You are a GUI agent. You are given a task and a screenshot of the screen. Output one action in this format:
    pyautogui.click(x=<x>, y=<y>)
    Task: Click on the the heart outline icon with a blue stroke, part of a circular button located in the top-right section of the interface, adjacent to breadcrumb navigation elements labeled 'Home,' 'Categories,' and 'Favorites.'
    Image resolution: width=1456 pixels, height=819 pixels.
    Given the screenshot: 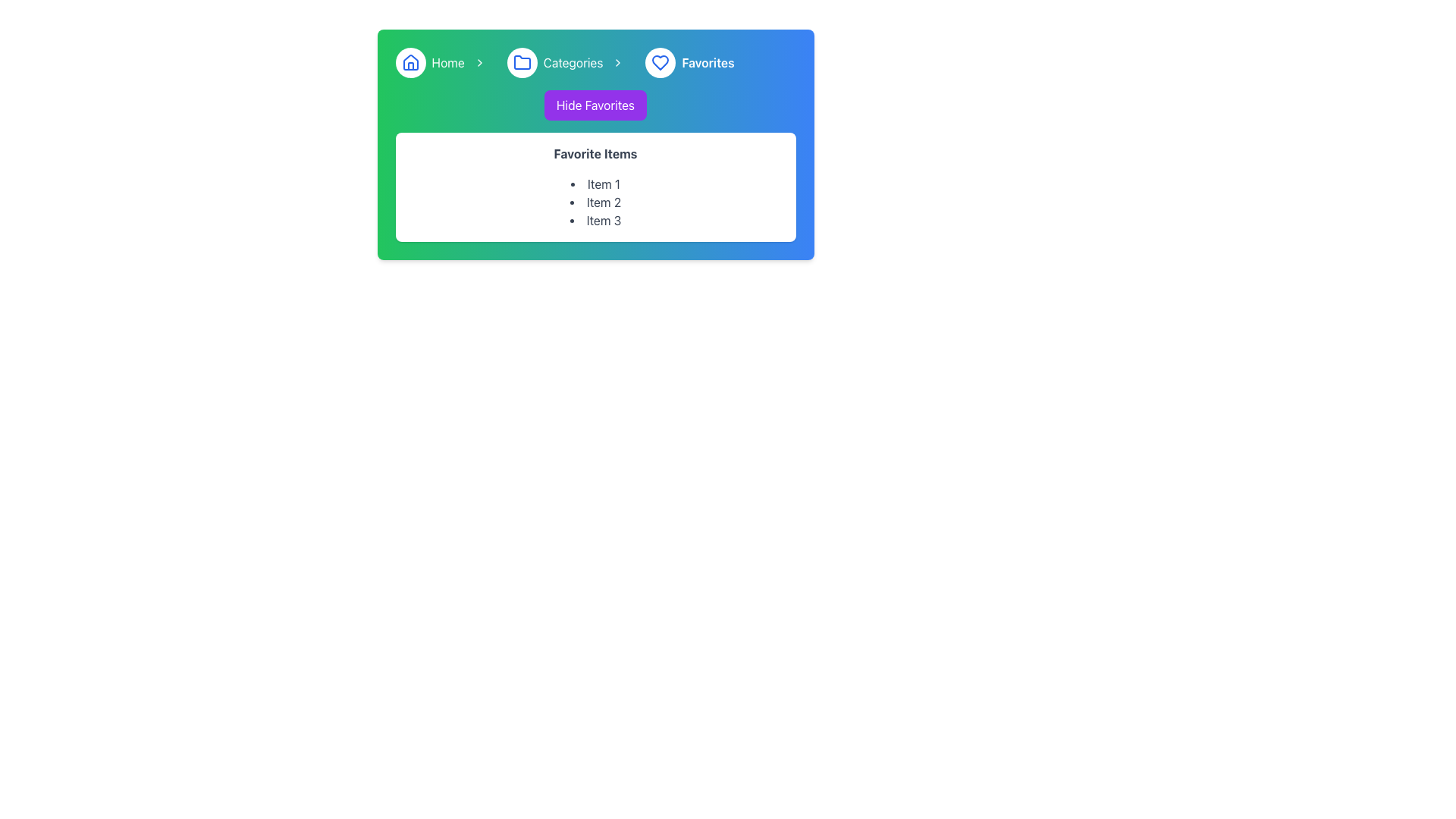 What is the action you would take?
    pyautogui.click(x=661, y=62)
    